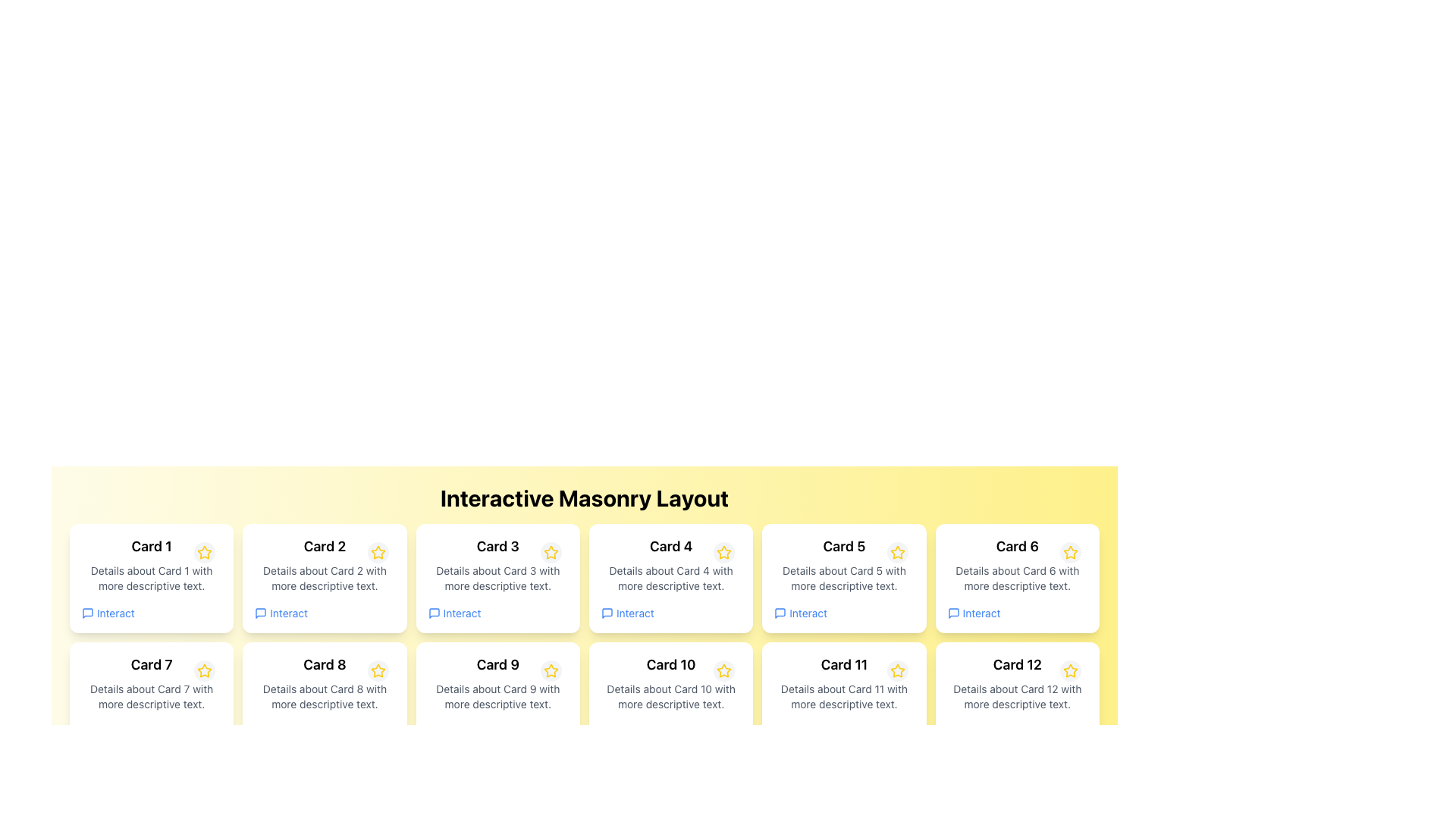 This screenshot has width=1456, height=819. Describe the element at coordinates (897, 553) in the screenshot. I see `the yellow-bordered star icon located in the top-right corner of the box labeled 'Card 5'` at that location.